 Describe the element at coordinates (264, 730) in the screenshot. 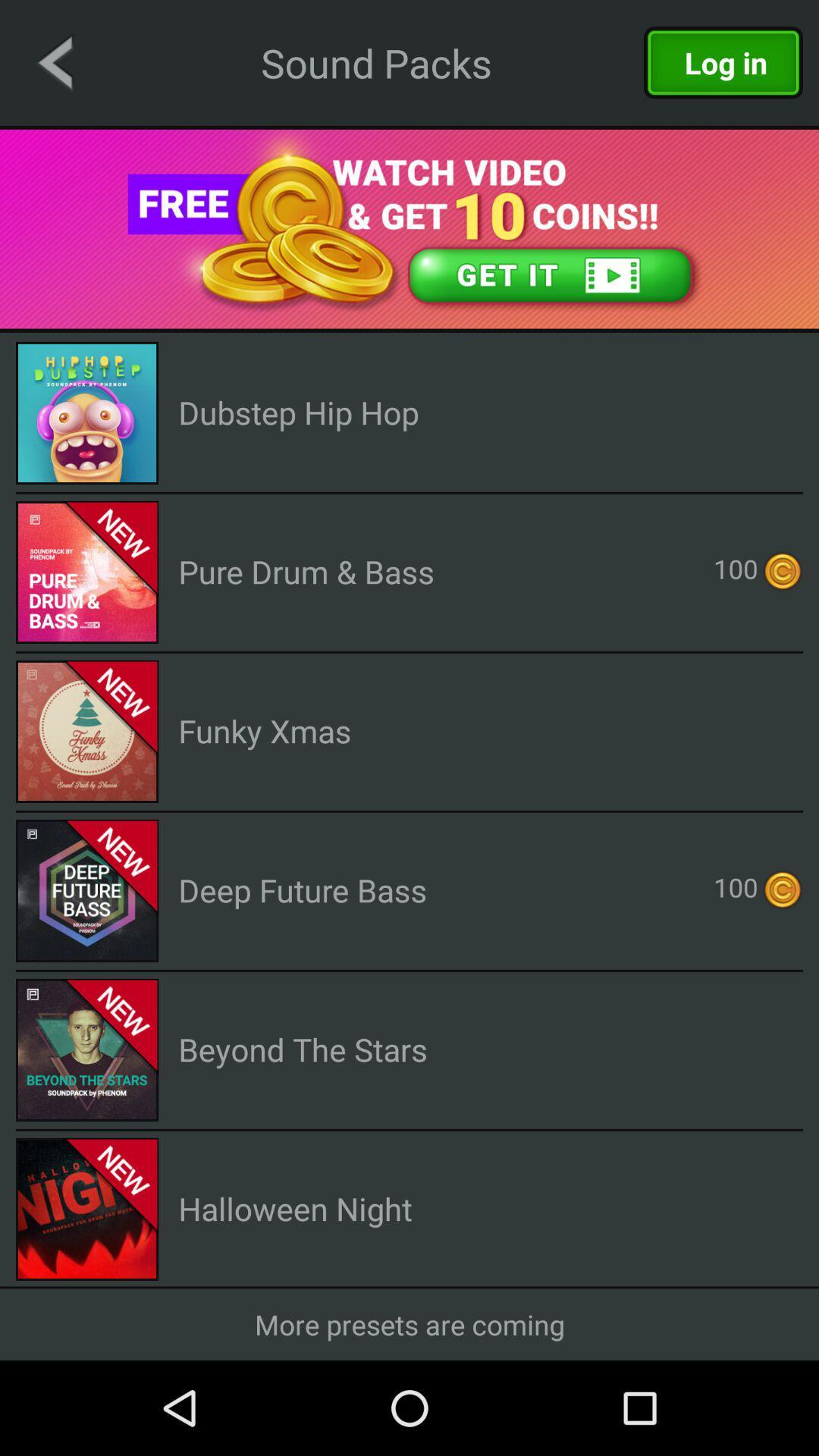

I see `the funky xmas item` at that location.